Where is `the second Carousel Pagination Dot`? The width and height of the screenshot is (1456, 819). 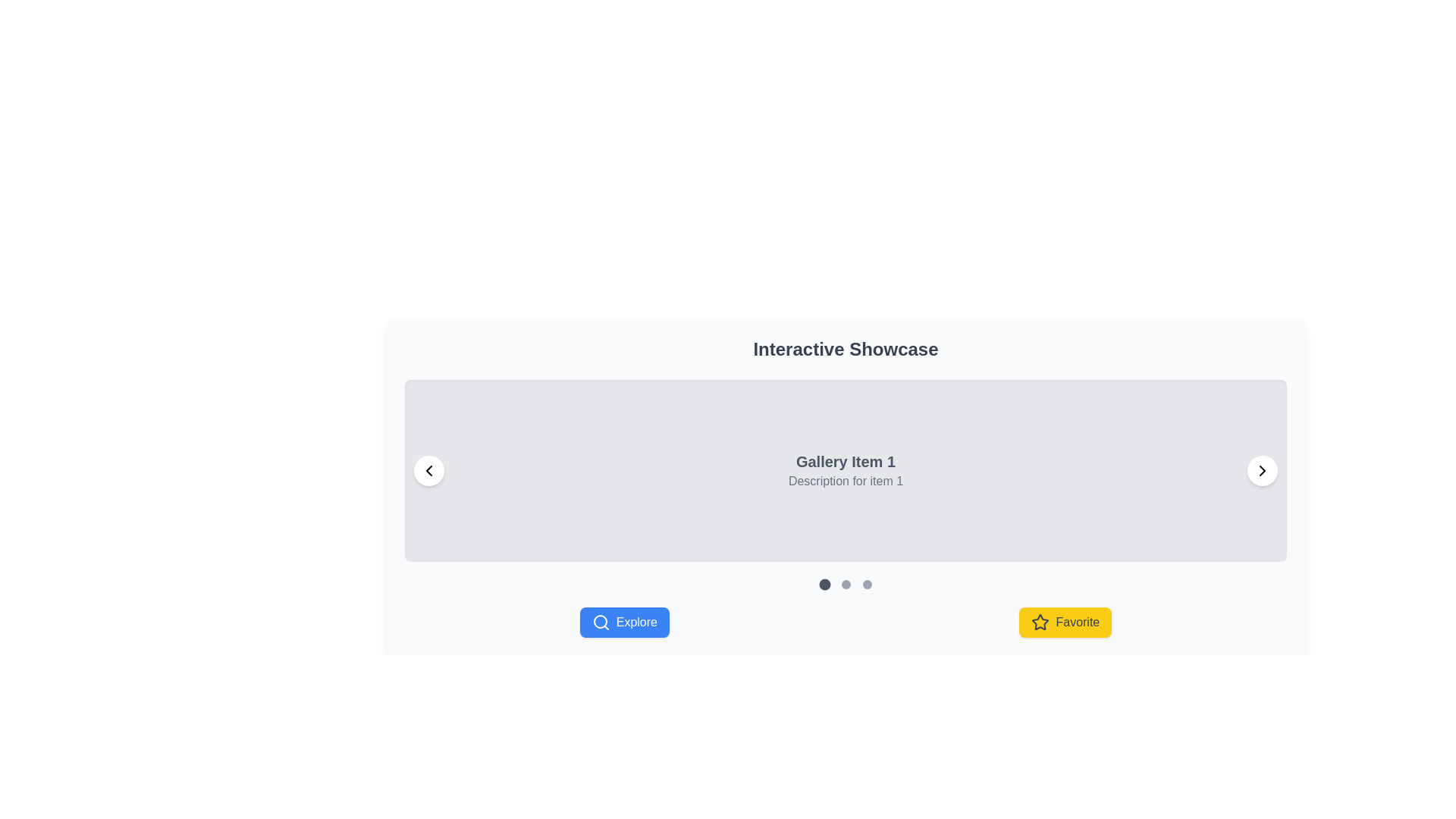 the second Carousel Pagination Dot is located at coordinates (845, 584).